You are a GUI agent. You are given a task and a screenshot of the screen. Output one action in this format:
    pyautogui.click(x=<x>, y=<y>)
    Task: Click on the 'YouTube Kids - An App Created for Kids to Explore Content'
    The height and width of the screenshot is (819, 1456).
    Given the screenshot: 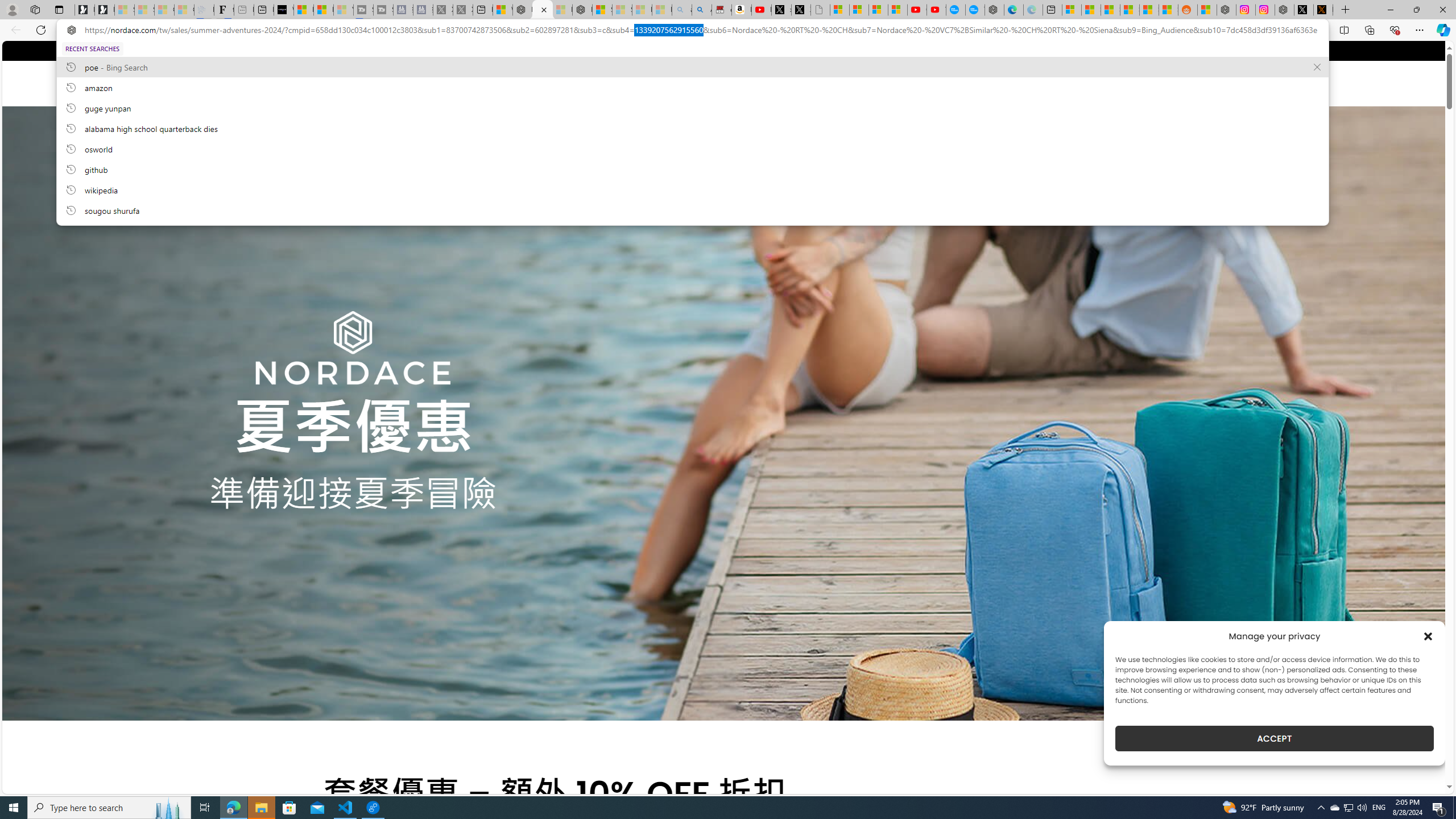 What is the action you would take?
    pyautogui.click(x=936, y=9)
    